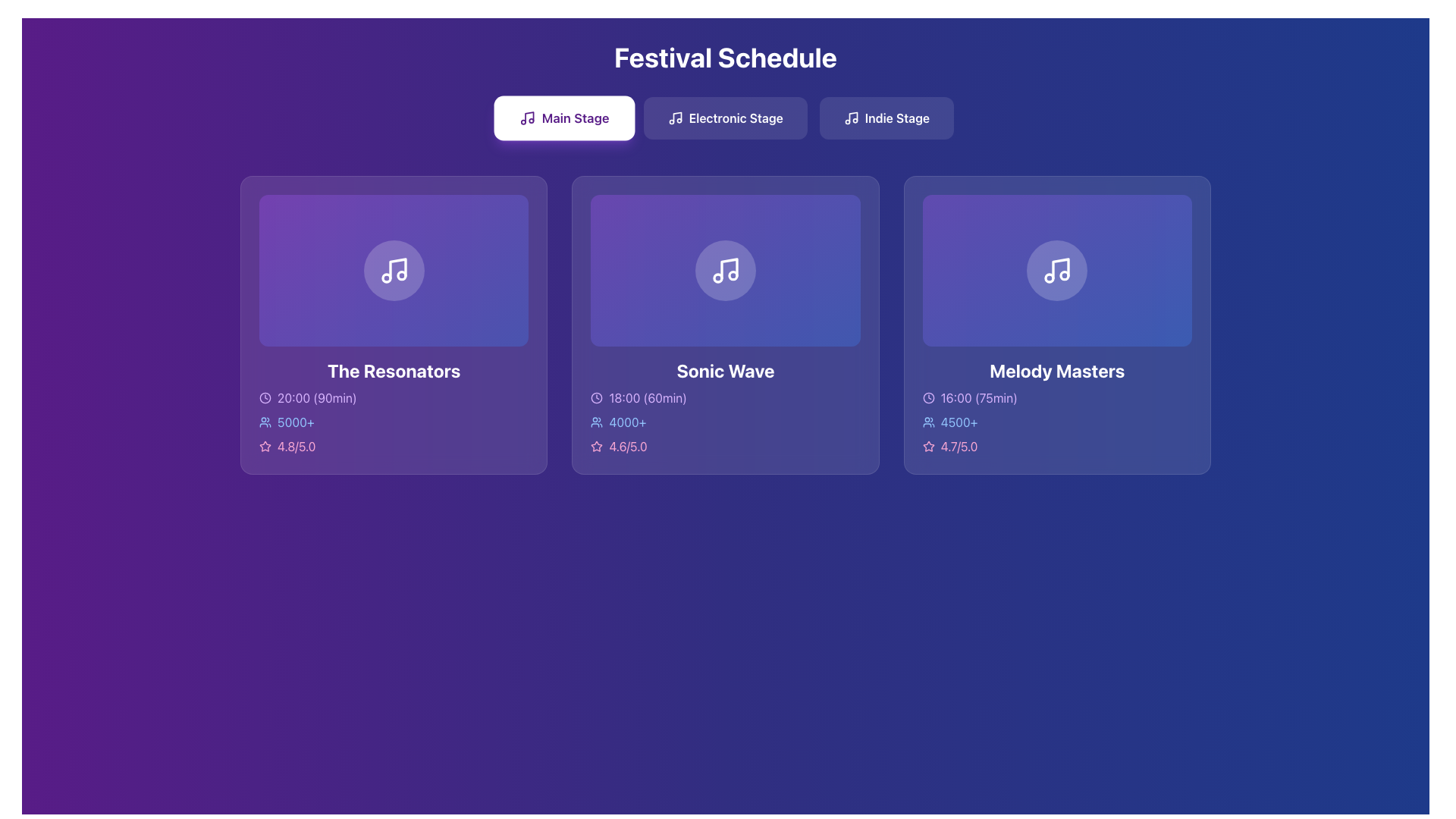 The image size is (1456, 819). I want to click on time details displayed in the text element showing '18:00 (60min)', which is styled in light purple and located in the central card under the heading 'Sonic Wave', so click(648, 397).